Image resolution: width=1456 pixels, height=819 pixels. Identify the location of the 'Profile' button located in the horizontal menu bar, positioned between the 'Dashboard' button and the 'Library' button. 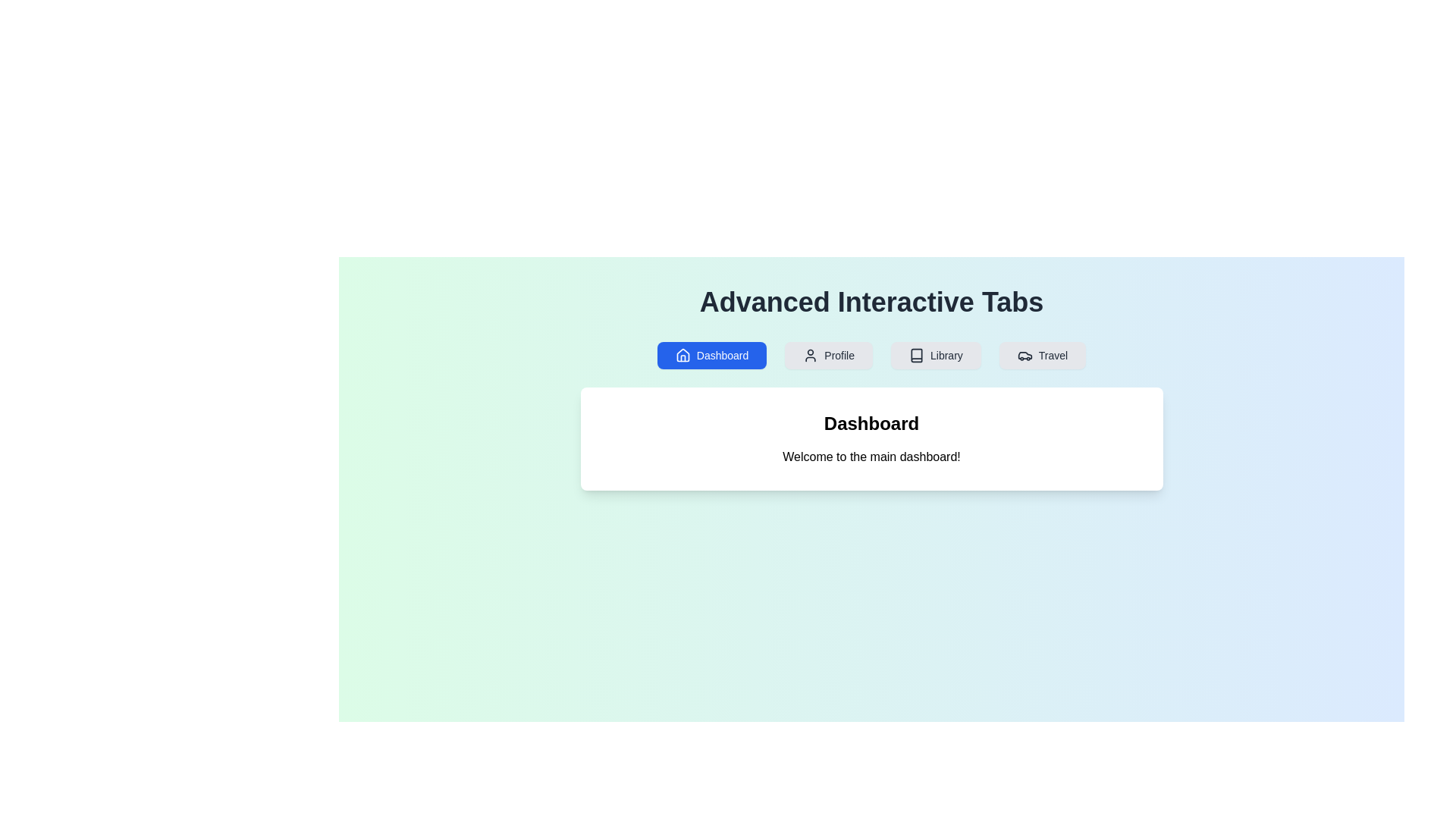
(828, 356).